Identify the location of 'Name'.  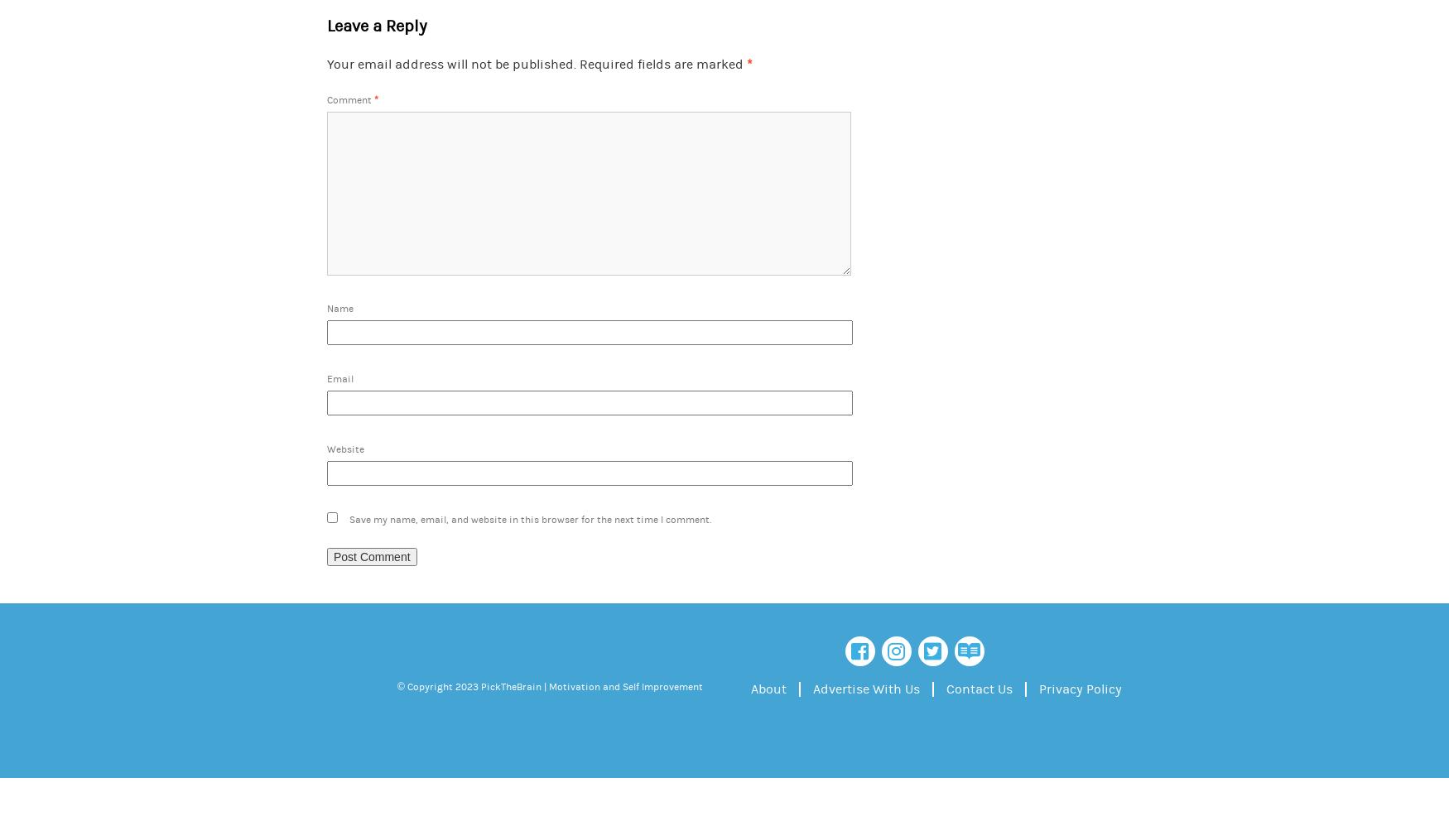
(339, 308).